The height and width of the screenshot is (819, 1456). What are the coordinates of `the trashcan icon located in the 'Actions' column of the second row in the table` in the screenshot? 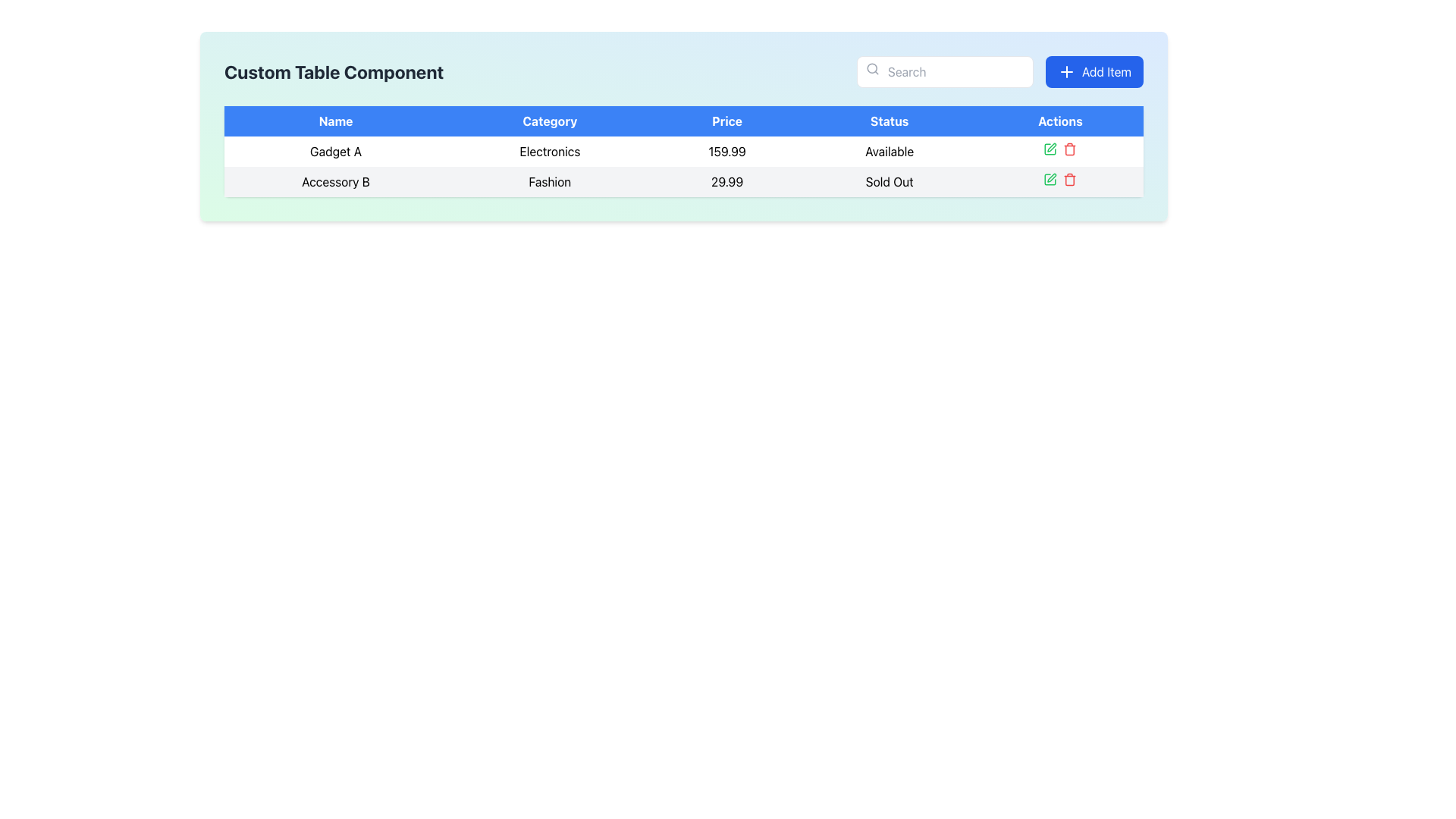 It's located at (1069, 180).